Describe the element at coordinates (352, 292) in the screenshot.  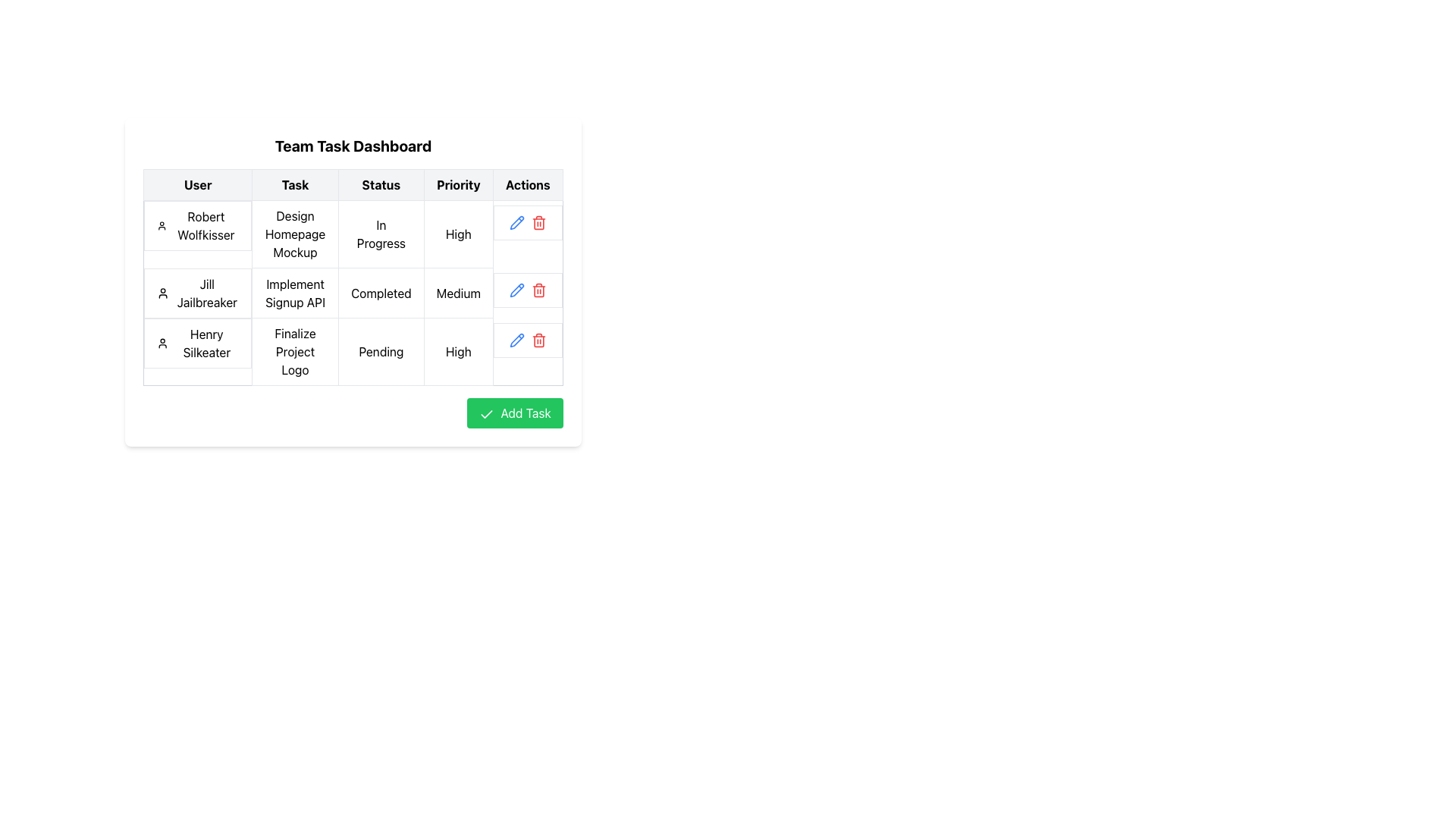
I see `the text element 'Completed' in the third column of the second row of the table, which is part of the task 'Implement Signup API' performed by 'Jill Jailbreaker'` at that location.